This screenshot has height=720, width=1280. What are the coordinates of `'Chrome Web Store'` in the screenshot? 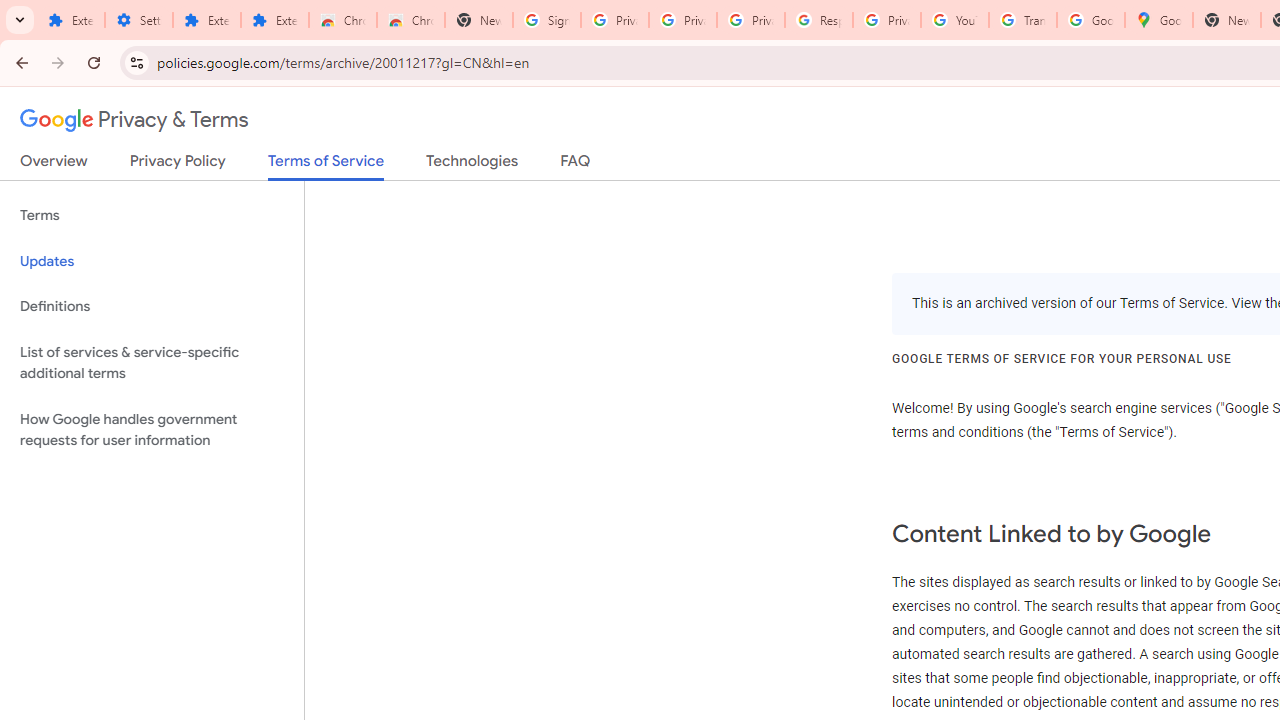 It's located at (343, 20).